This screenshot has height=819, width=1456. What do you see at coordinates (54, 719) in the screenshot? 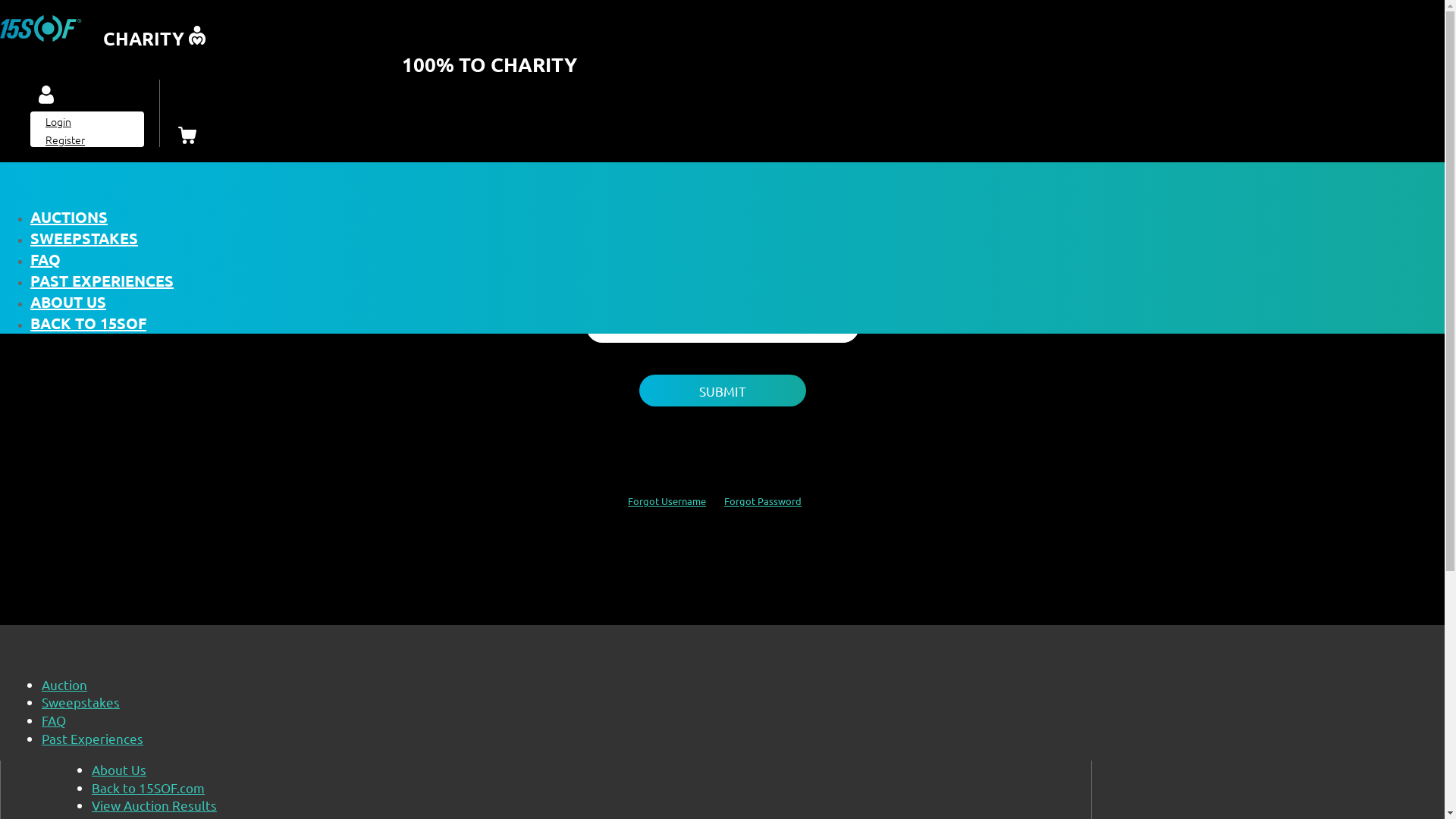
I see `'FAQ'` at bounding box center [54, 719].